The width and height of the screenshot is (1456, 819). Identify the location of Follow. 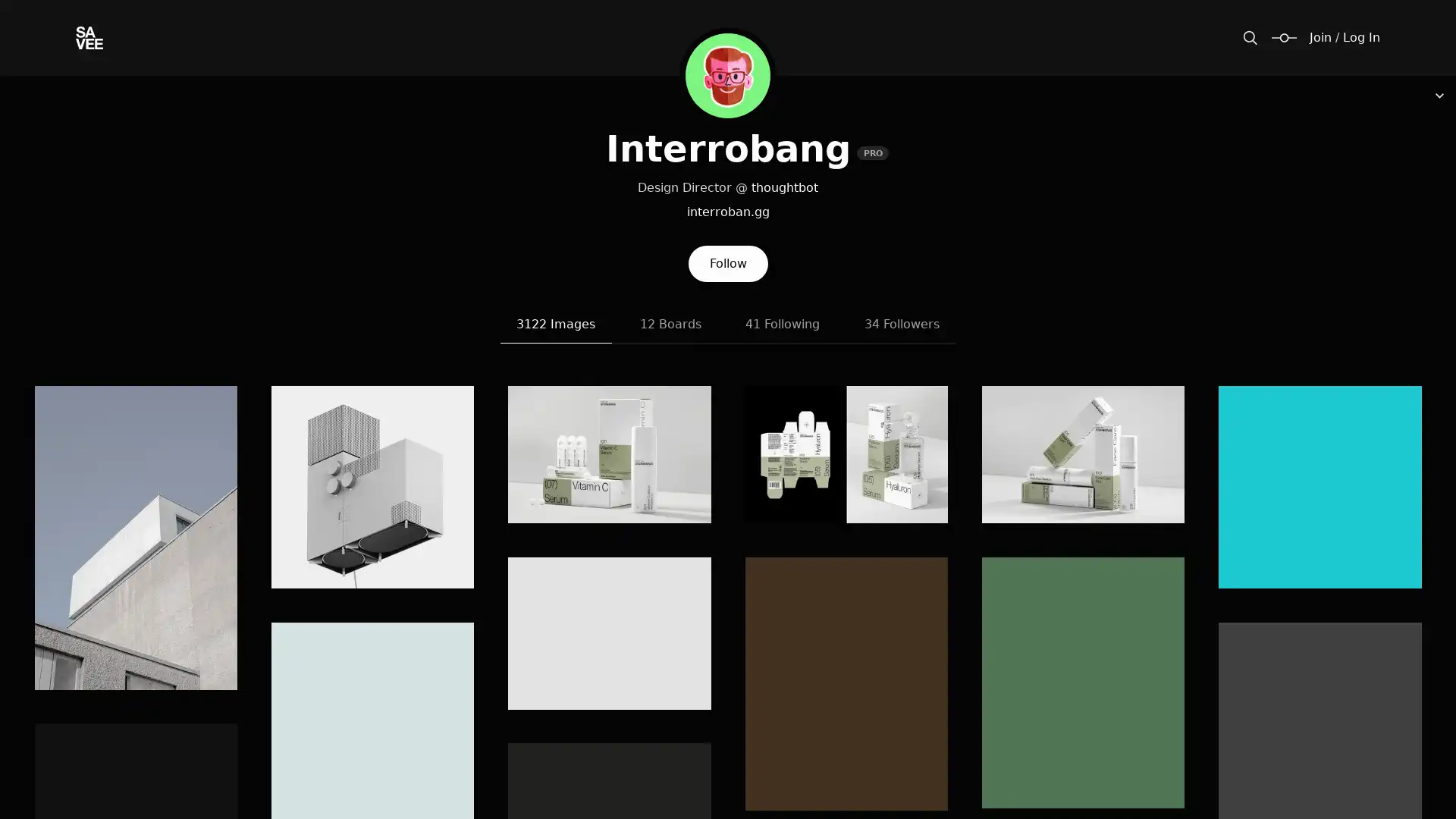
(726, 262).